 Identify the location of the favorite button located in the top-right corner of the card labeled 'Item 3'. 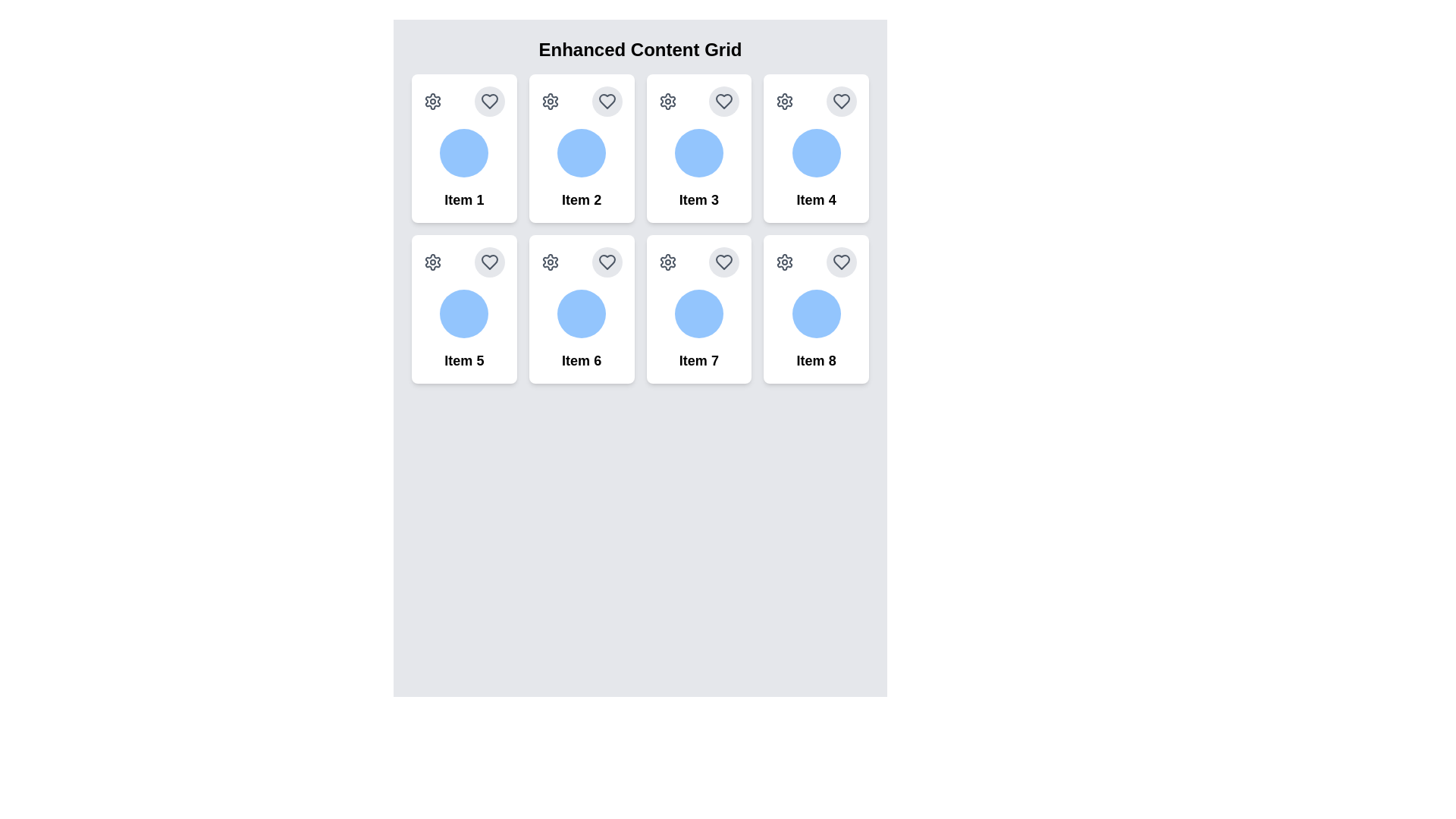
(723, 102).